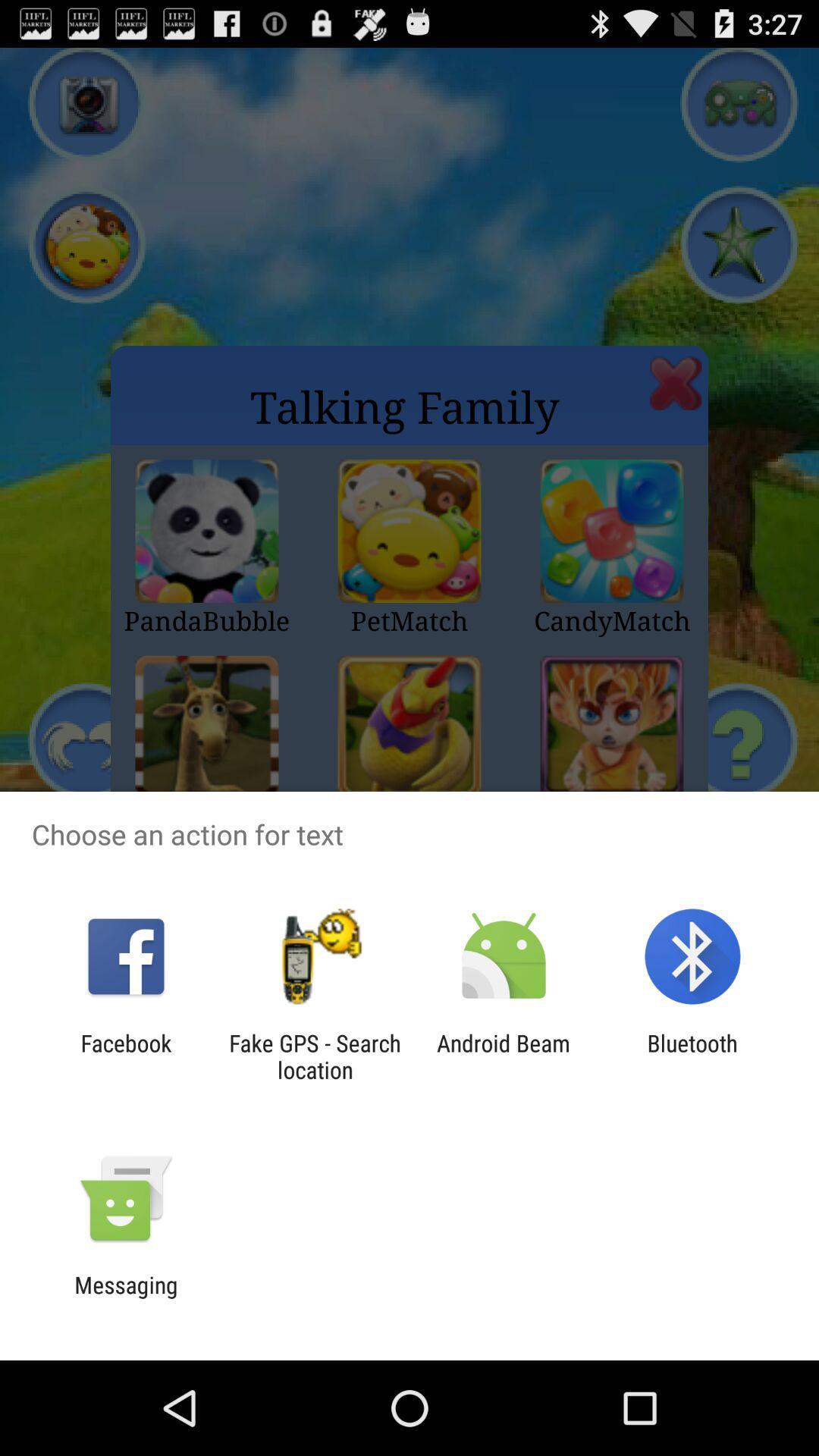 The height and width of the screenshot is (1456, 819). I want to click on the item next to android beam icon, so click(692, 1056).